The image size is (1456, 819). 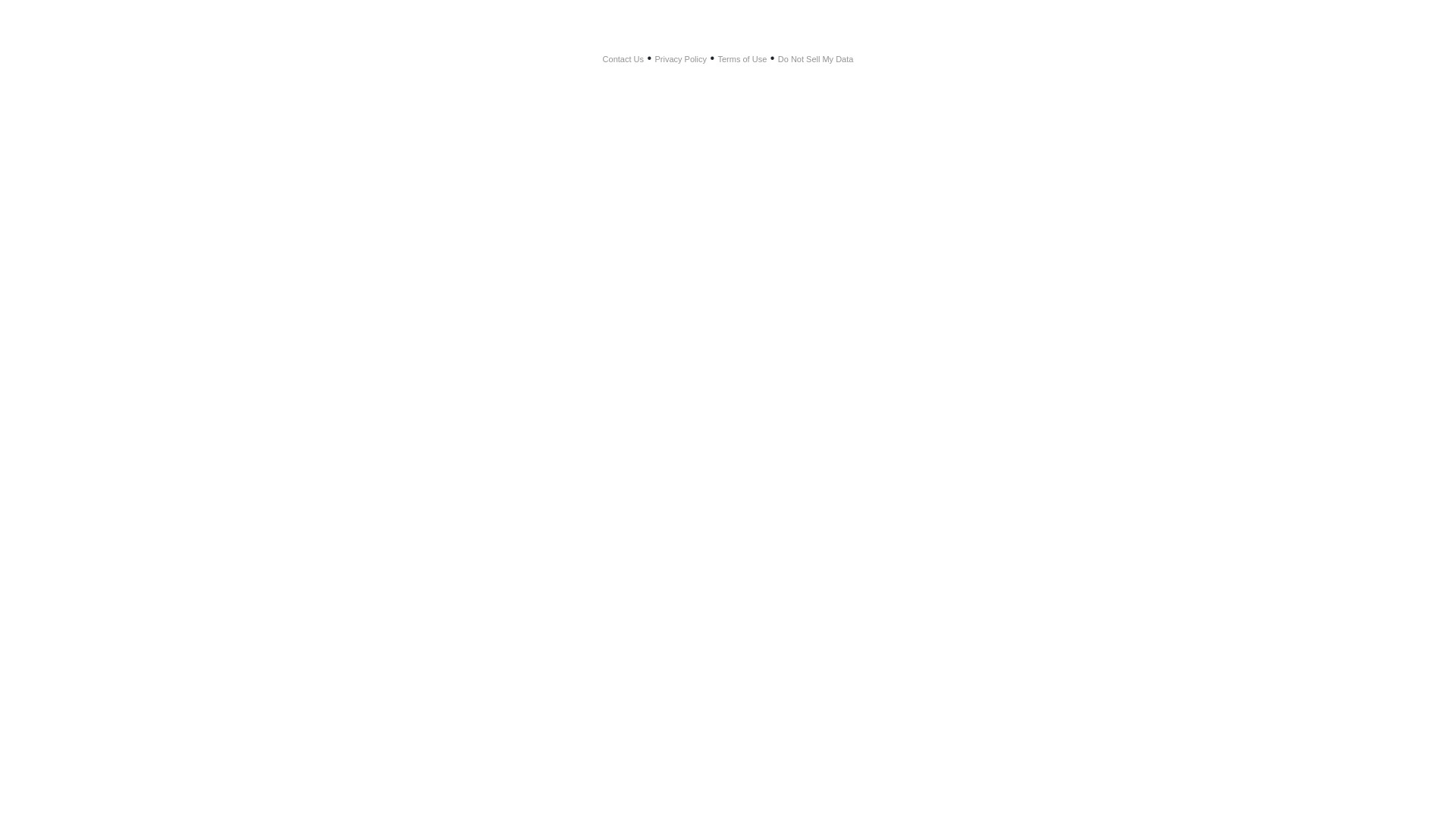 What do you see at coordinates (679, 58) in the screenshot?
I see `'Privacy Policy'` at bounding box center [679, 58].